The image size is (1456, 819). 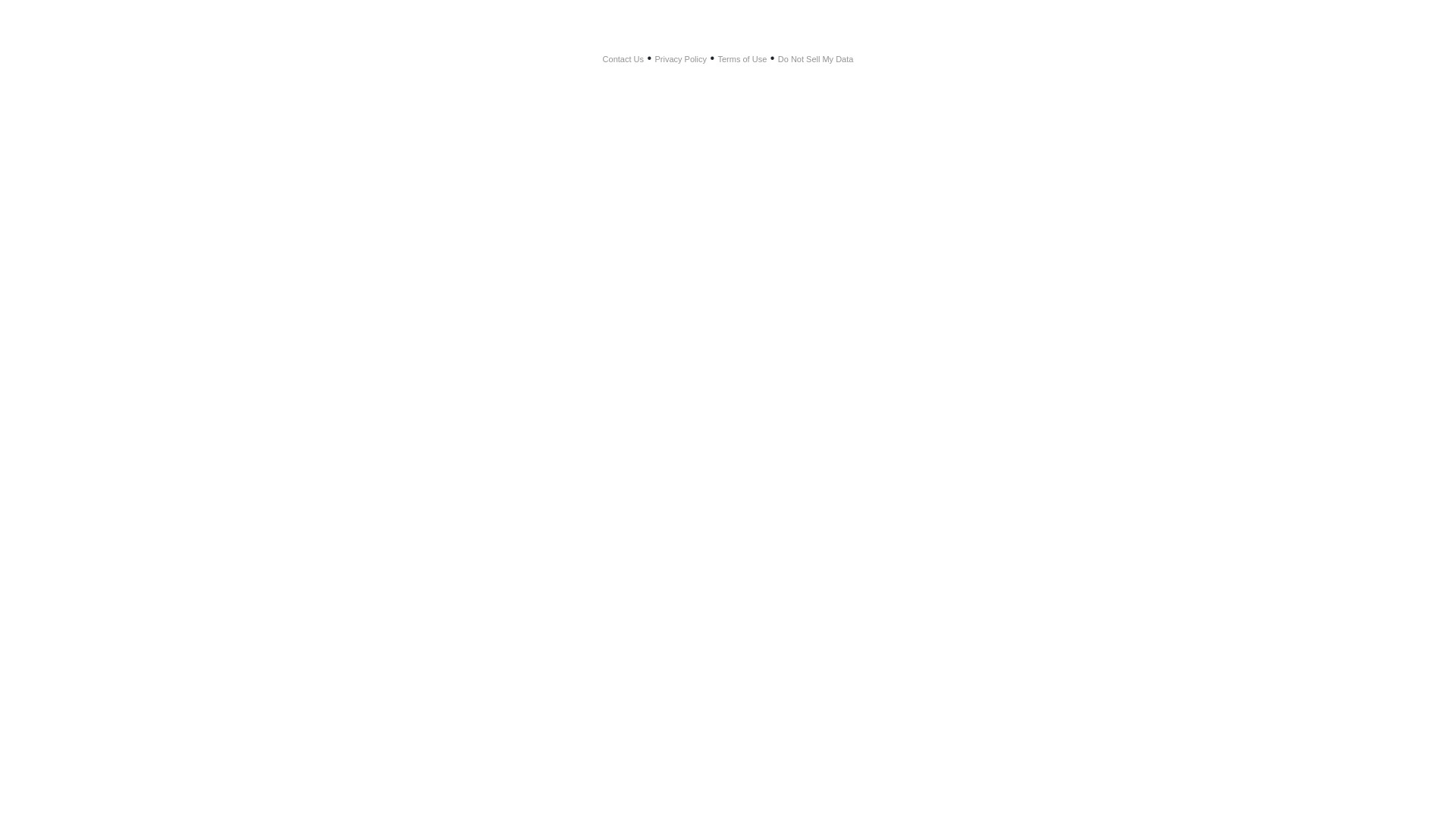 What do you see at coordinates (679, 58) in the screenshot?
I see `'Privacy Policy'` at bounding box center [679, 58].